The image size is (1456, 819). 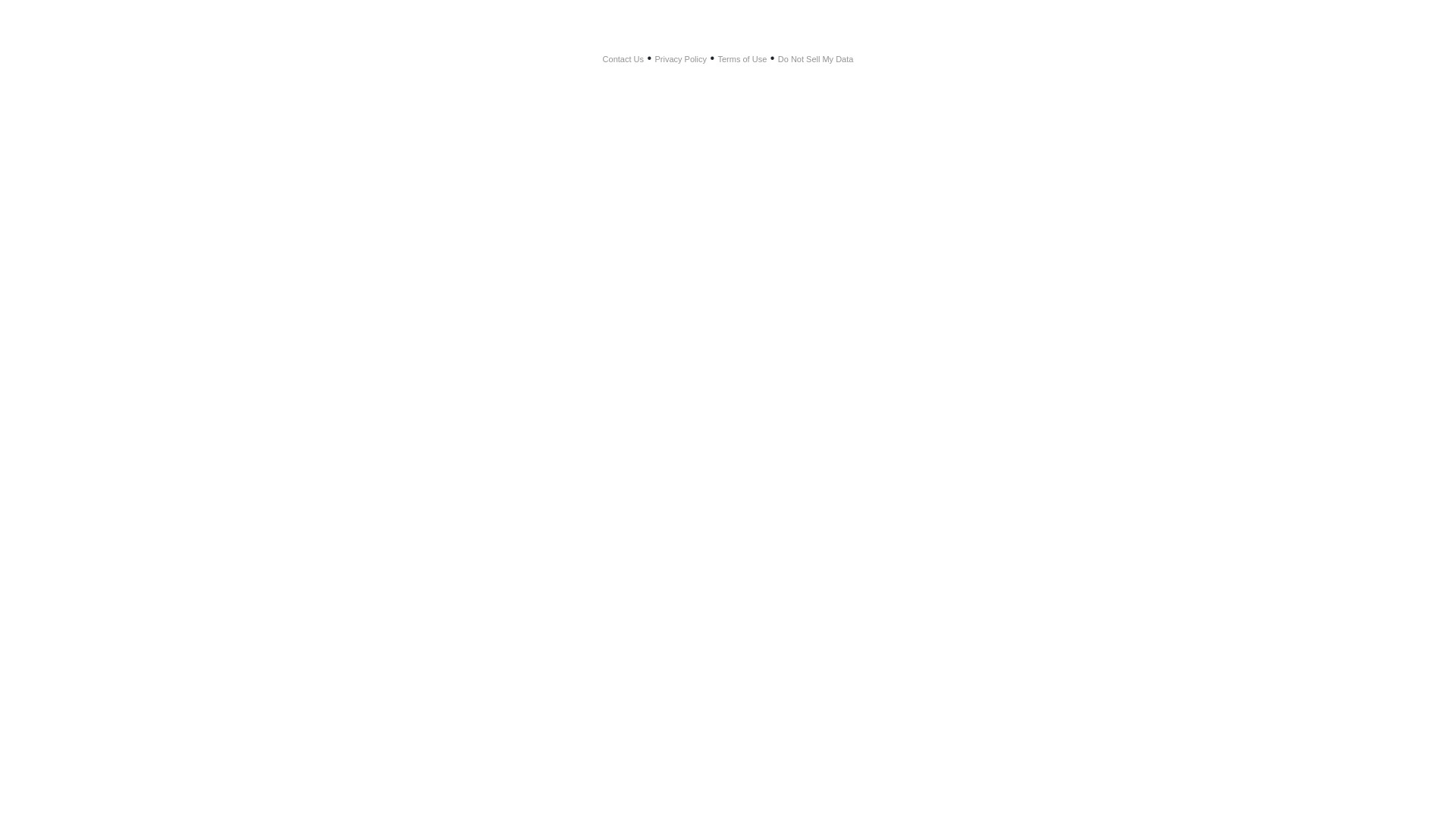 What do you see at coordinates (679, 58) in the screenshot?
I see `'Privacy Policy'` at bounding box center [679, 58].